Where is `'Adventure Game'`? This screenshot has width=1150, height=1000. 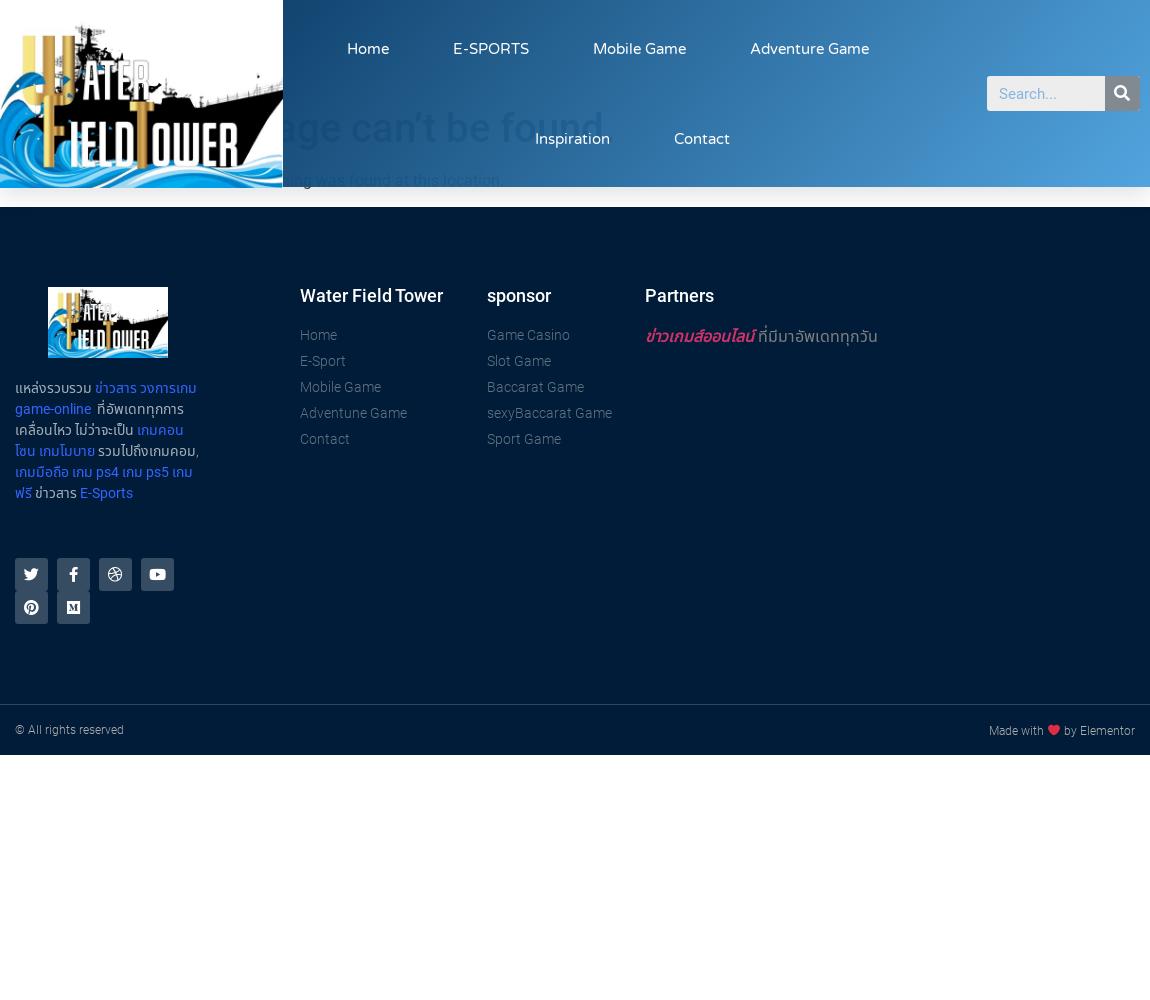 'Adventure Game' is located at coordinates (807, 48).